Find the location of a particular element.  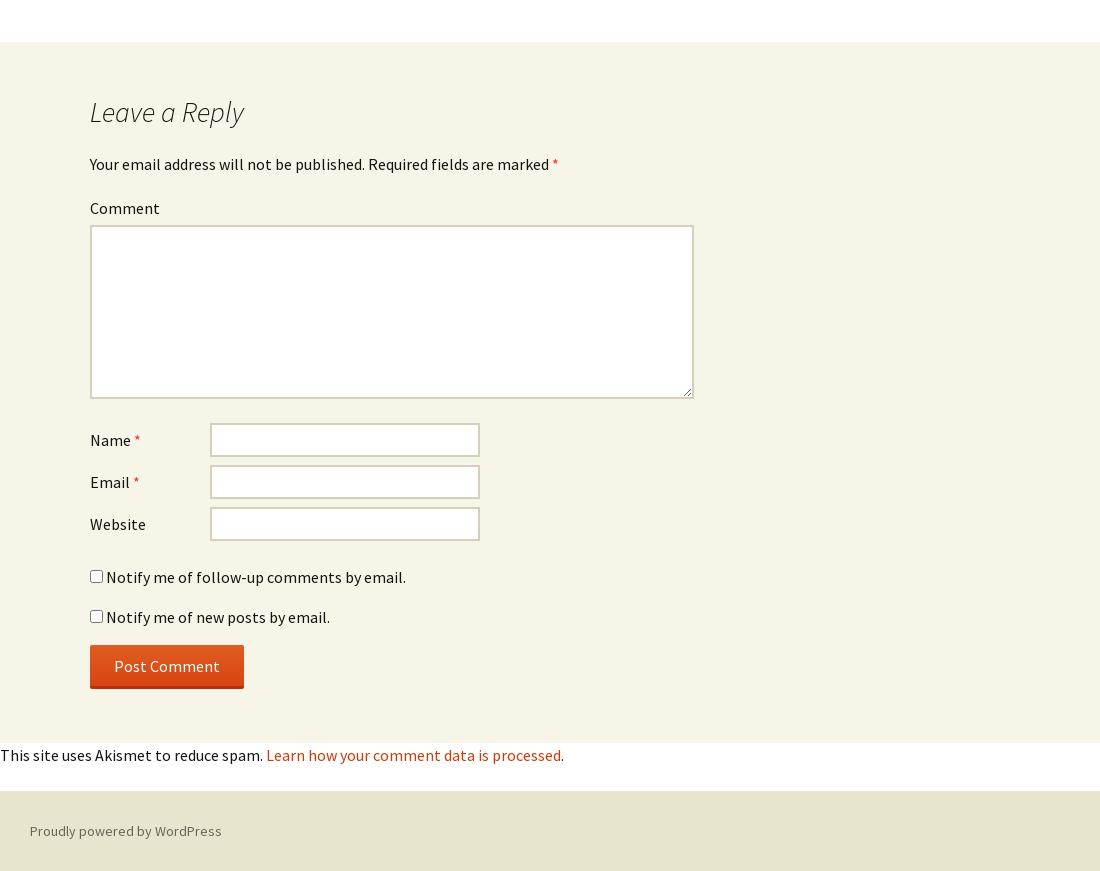

'.' is located at coordinates (560, 754).